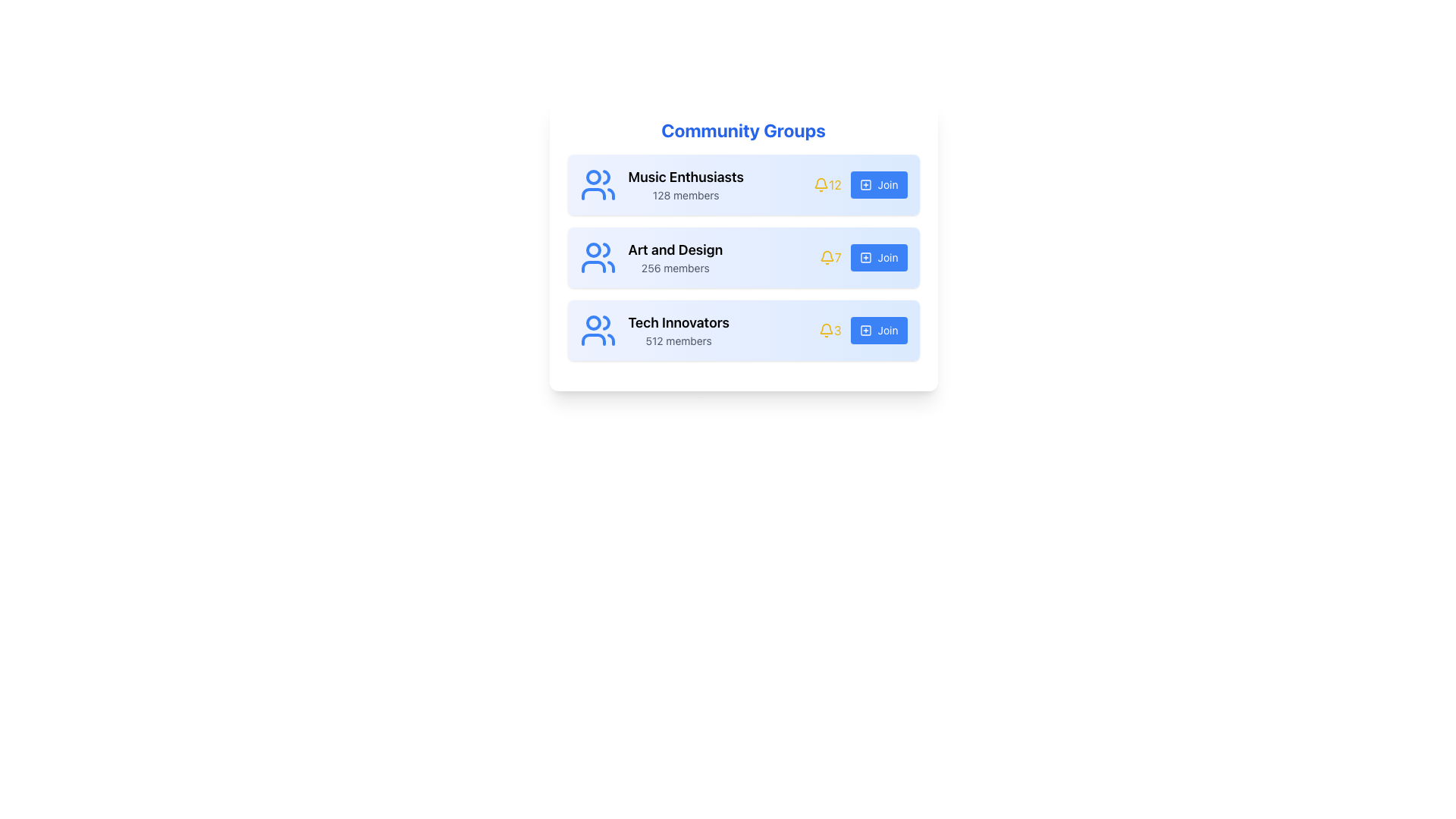  Describe the element at coordinates (685, 195) in the screenshot. I see `the static text label displaying '128 members' located beneath the title 'Music Enthusiasts' in the first group card of the vertical list` at that location.